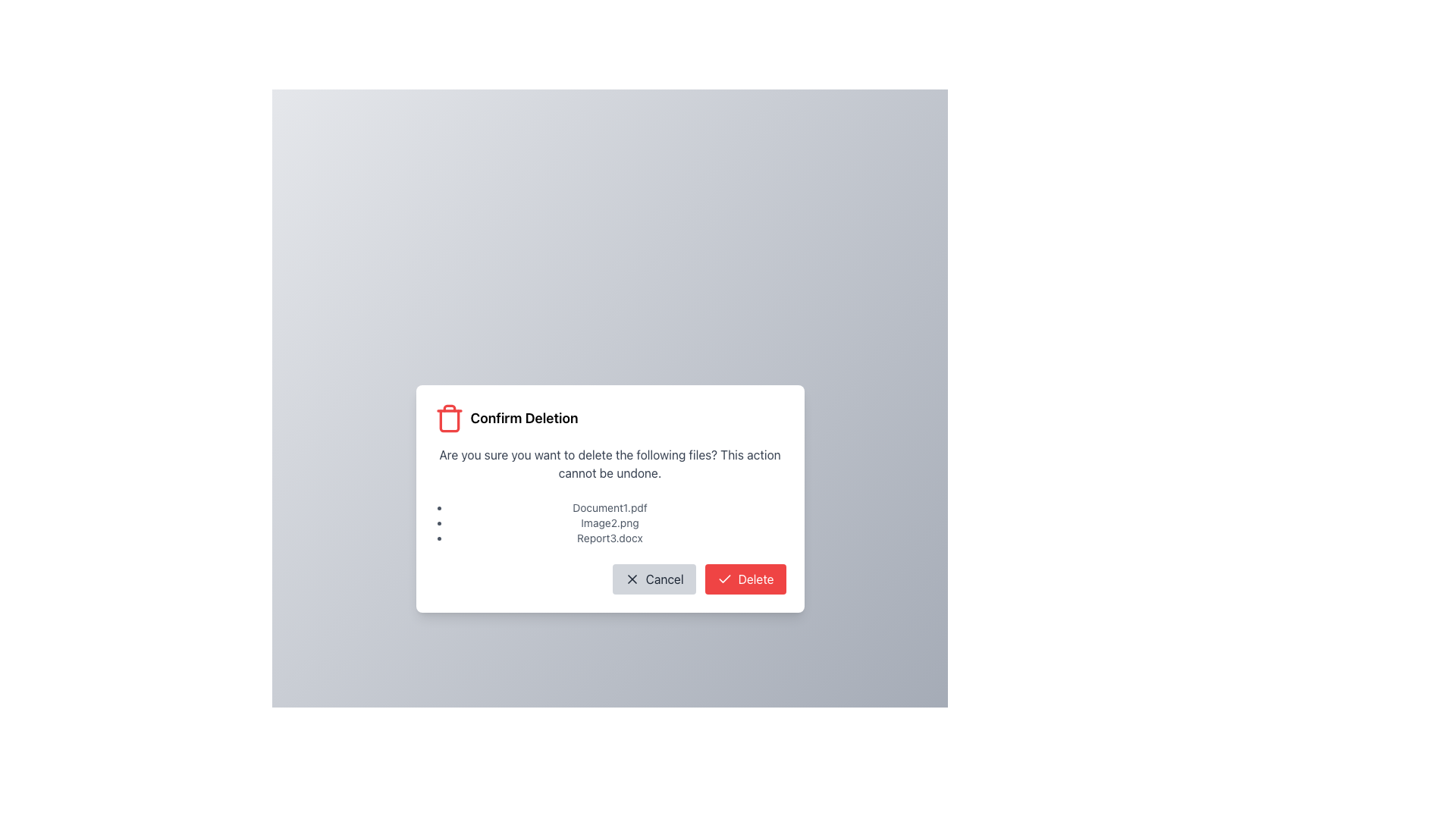  I want to click on the icon located on the left side of the modal dialog box titled 'Confirm Deletion', which serves as a visual indicator for status or feedback, so click(723, 579).